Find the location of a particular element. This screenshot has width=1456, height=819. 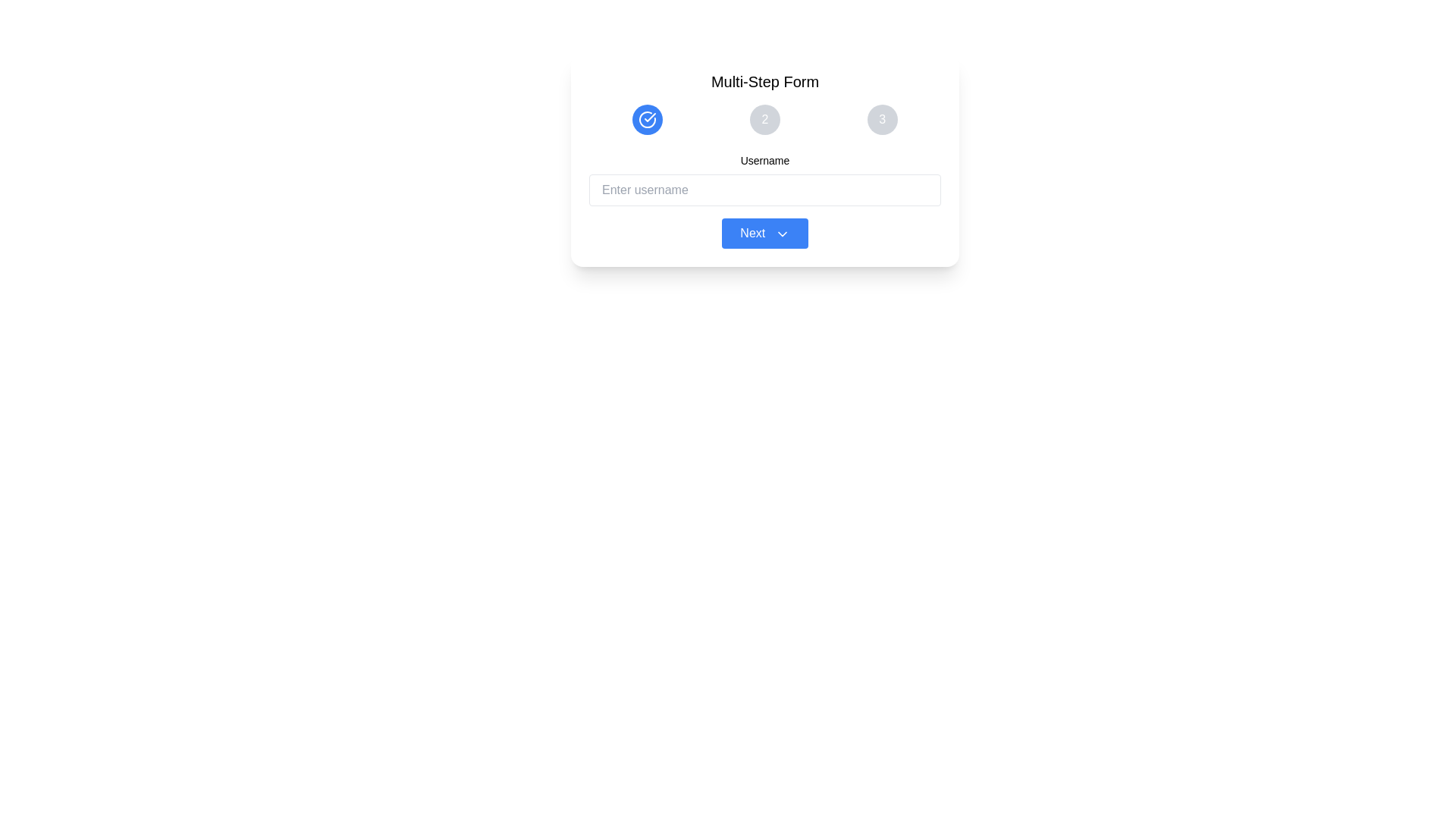

the circular status indicator icon with a white checkmark in a blue circle to mark the step as complete is located at coordinates (648, 119).